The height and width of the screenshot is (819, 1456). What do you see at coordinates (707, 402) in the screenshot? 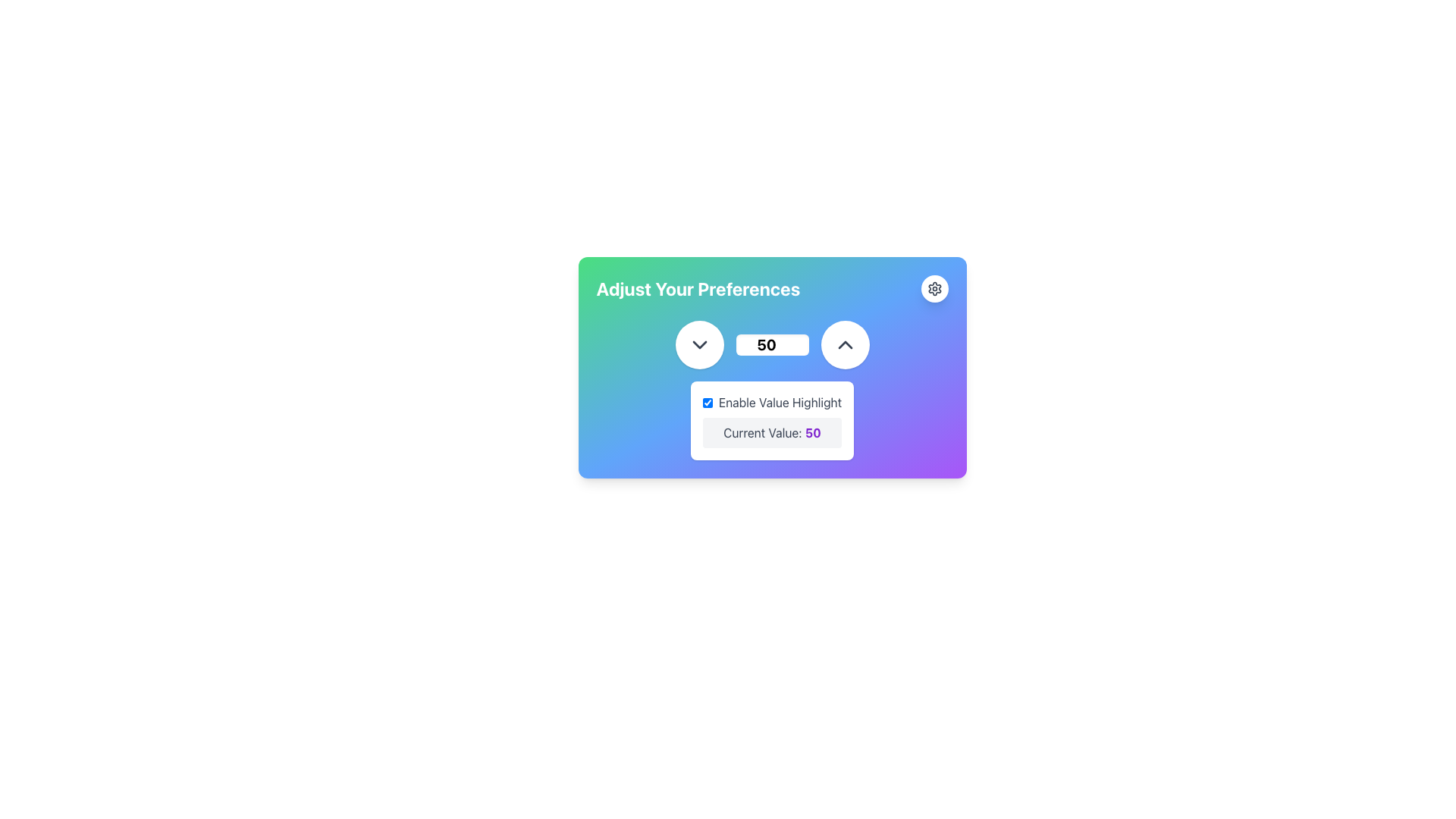
I see `the checkbox located in the bottom section of the interface, to the left of the 'Enable Value Highlight' label` at bounding box center [707, 402].